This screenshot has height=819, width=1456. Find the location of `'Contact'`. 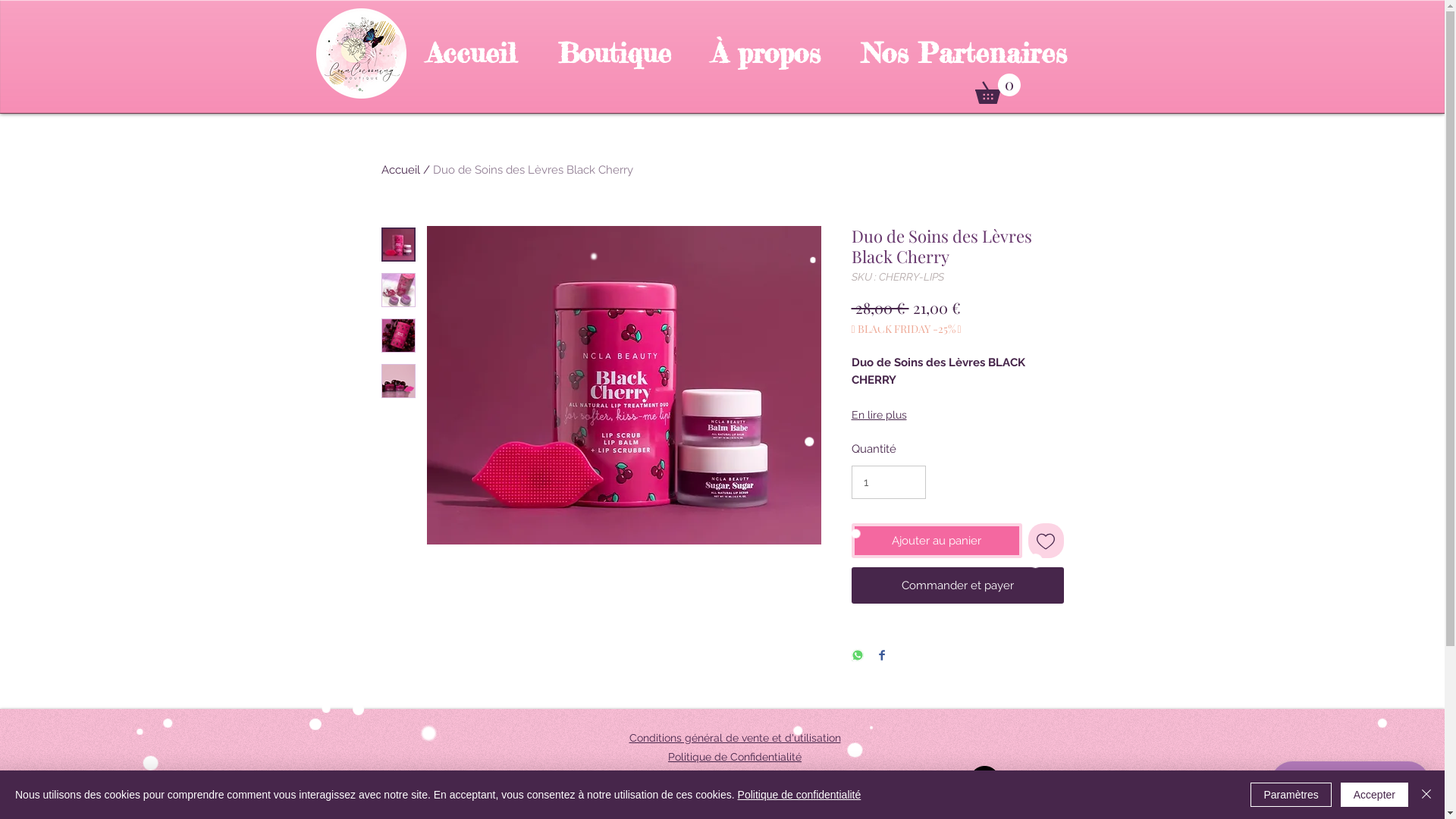

'Contact' is located at coordinates (714, 794).